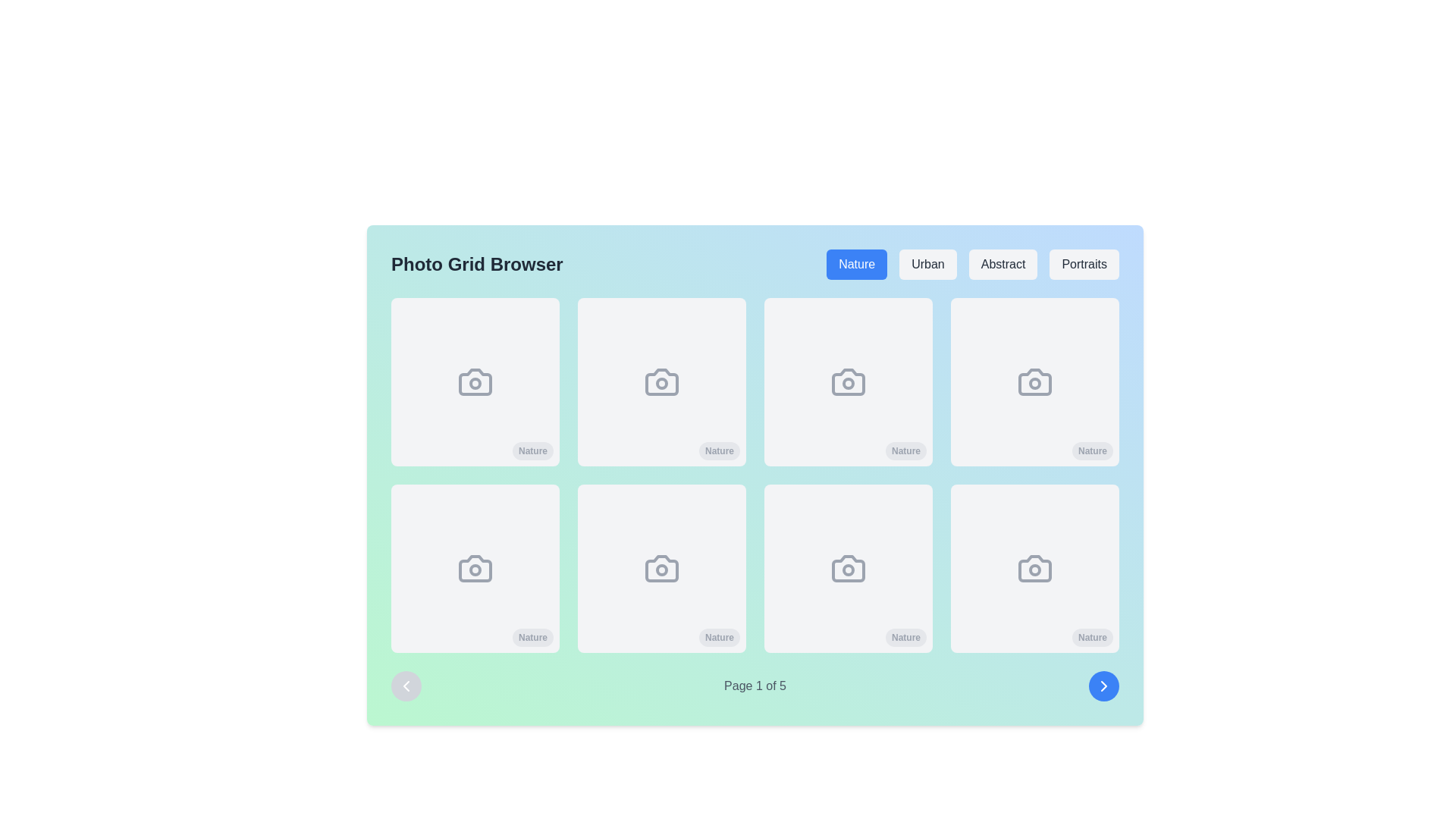  I want to click on the 'Nature' Grid Item located in the bottom-right corner of the grid, so click(1034, 568).